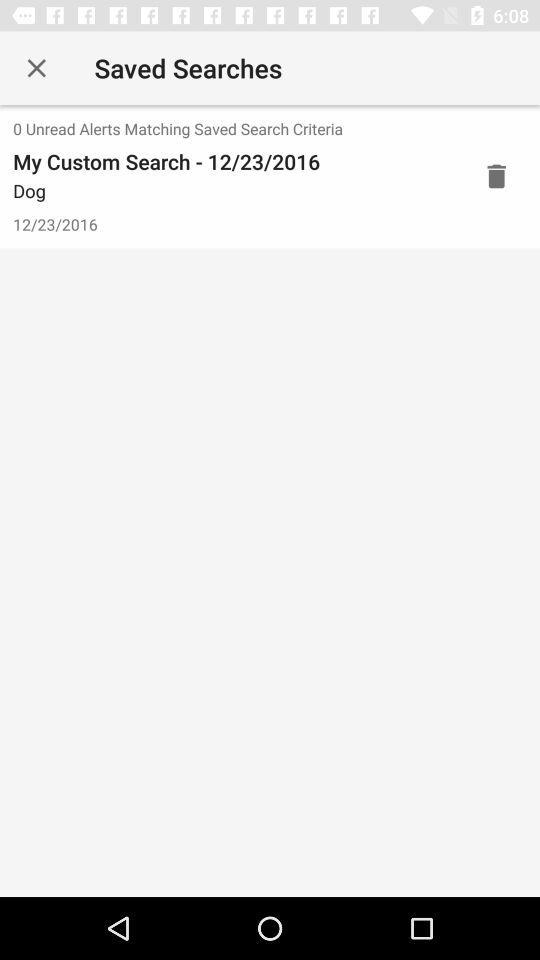 This screenshot has height=960, width=540. What do you see at coordinates (36, 68) in the screenshot?
I see `the icon to the left of the saved searches` at bounding box center [36, 68].